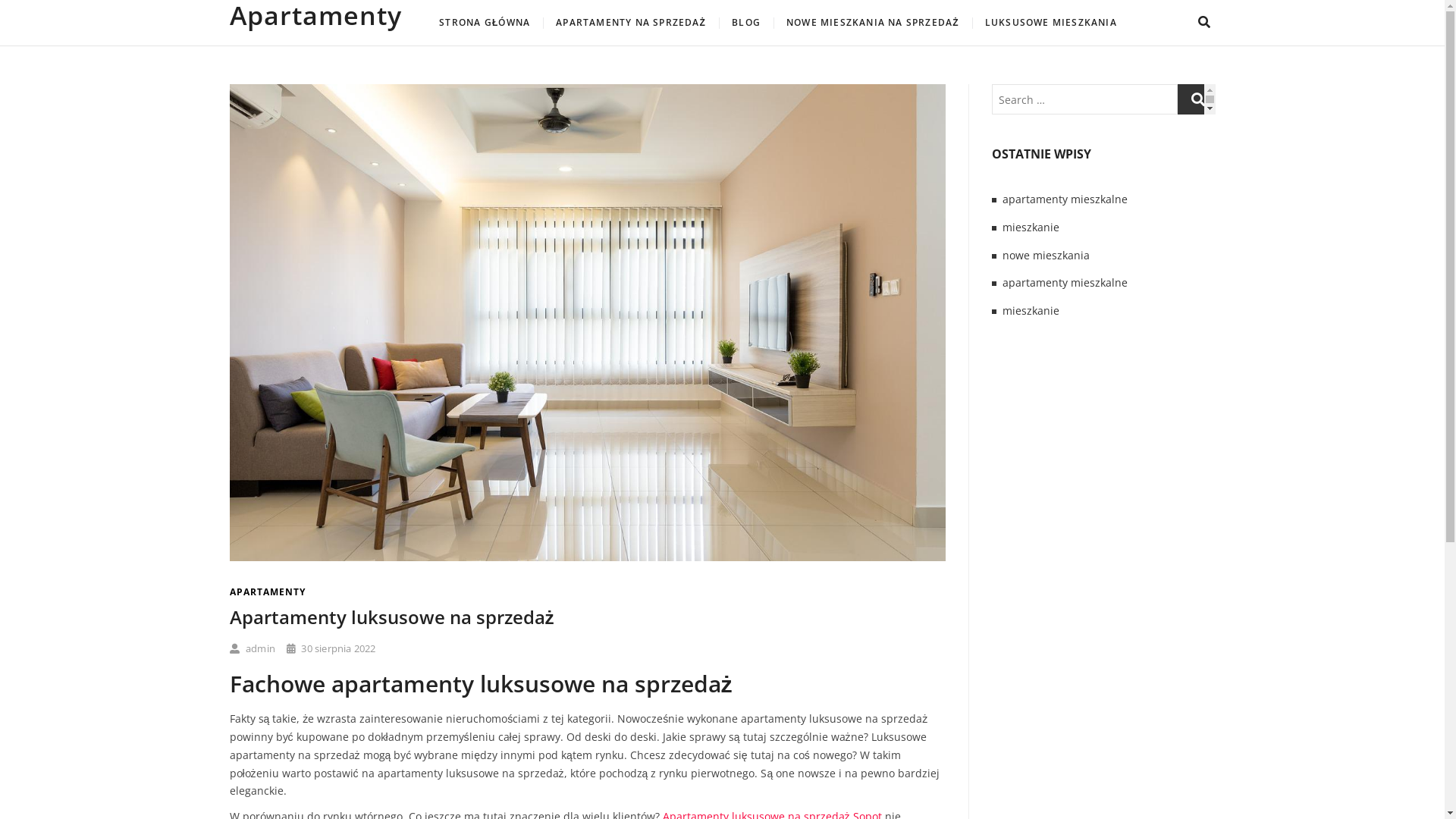  What do you see at coordinates (1031, 309) in the screenshot?
I see `'mieszkanie'` at bounding box center [1031, 309].